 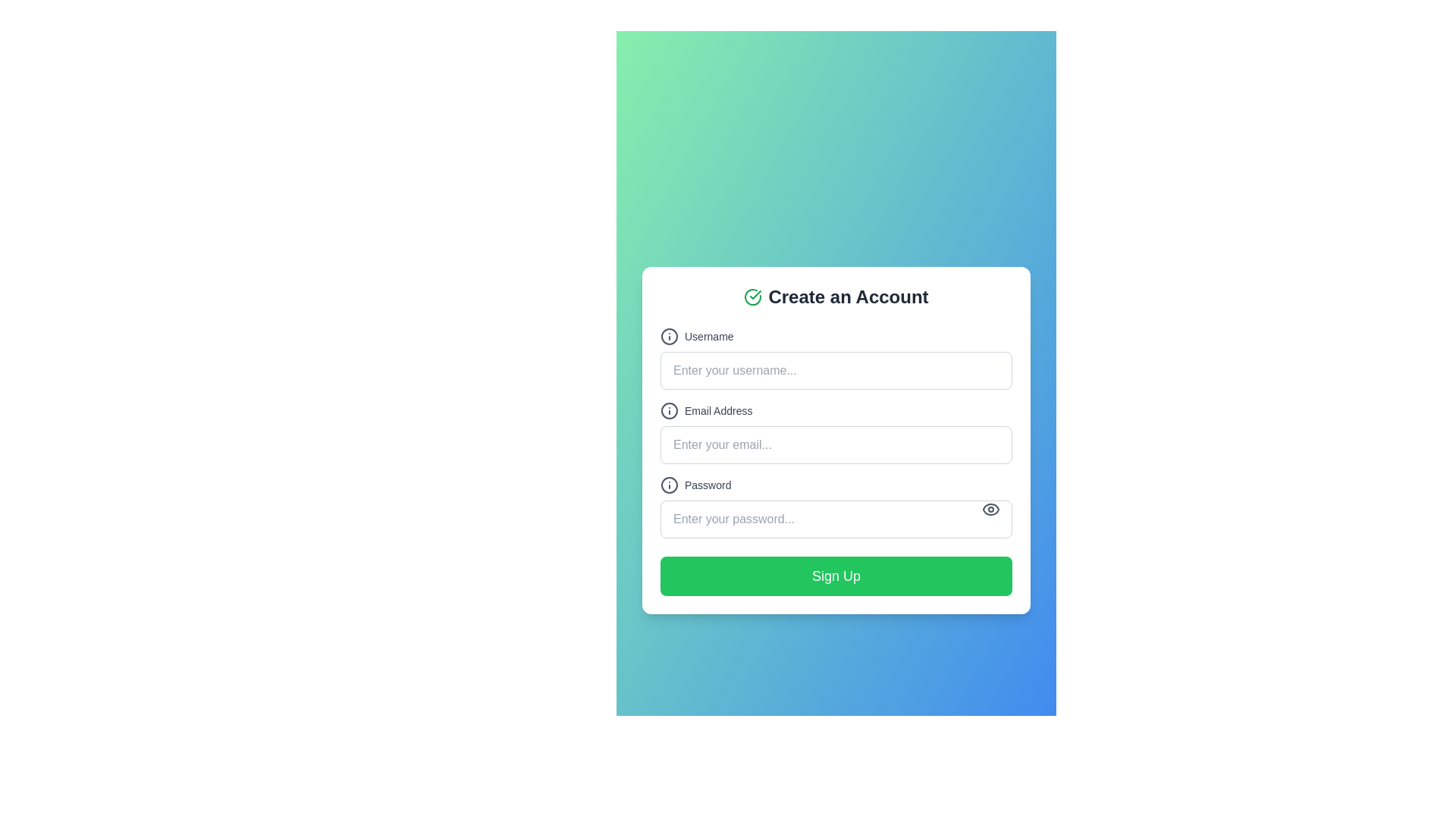 I want to click on the 'Password' text label, which is styled in gray and located within the registration form, specifically above the password input field and to the right of an information icon, so click(x=707, y=485).